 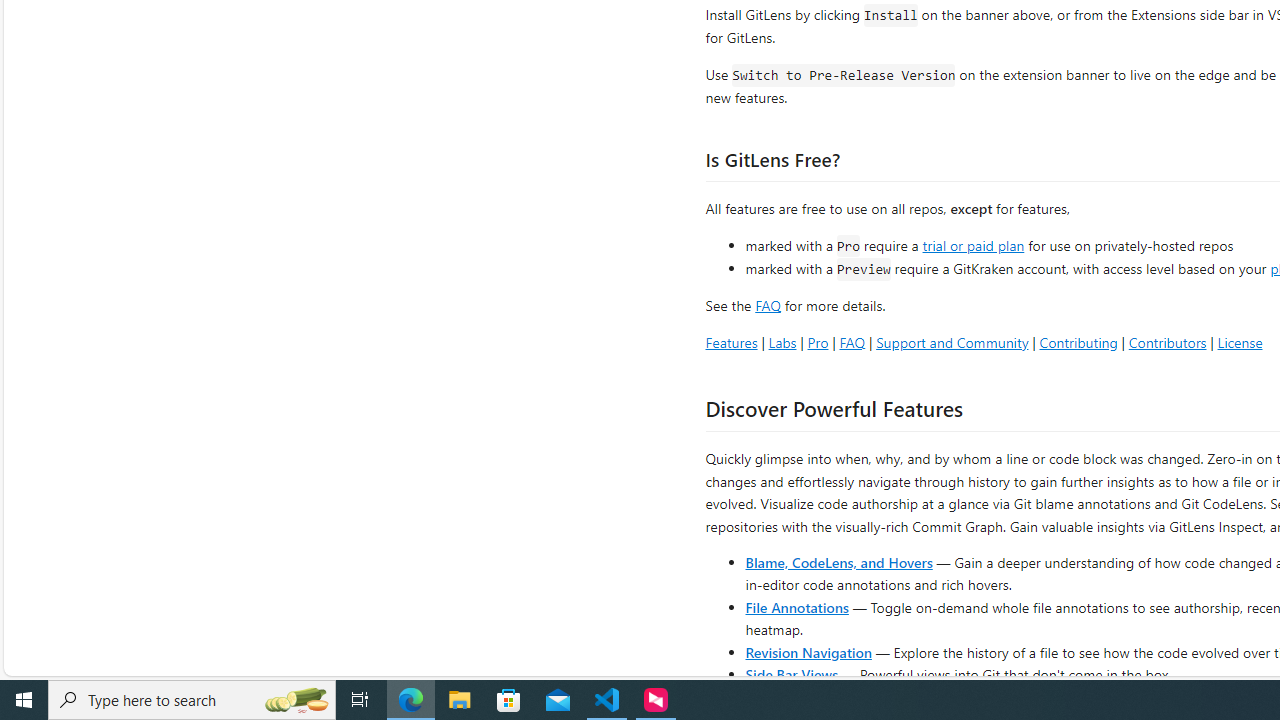 I want to click on 'Pro', so click(x=817, y=341).